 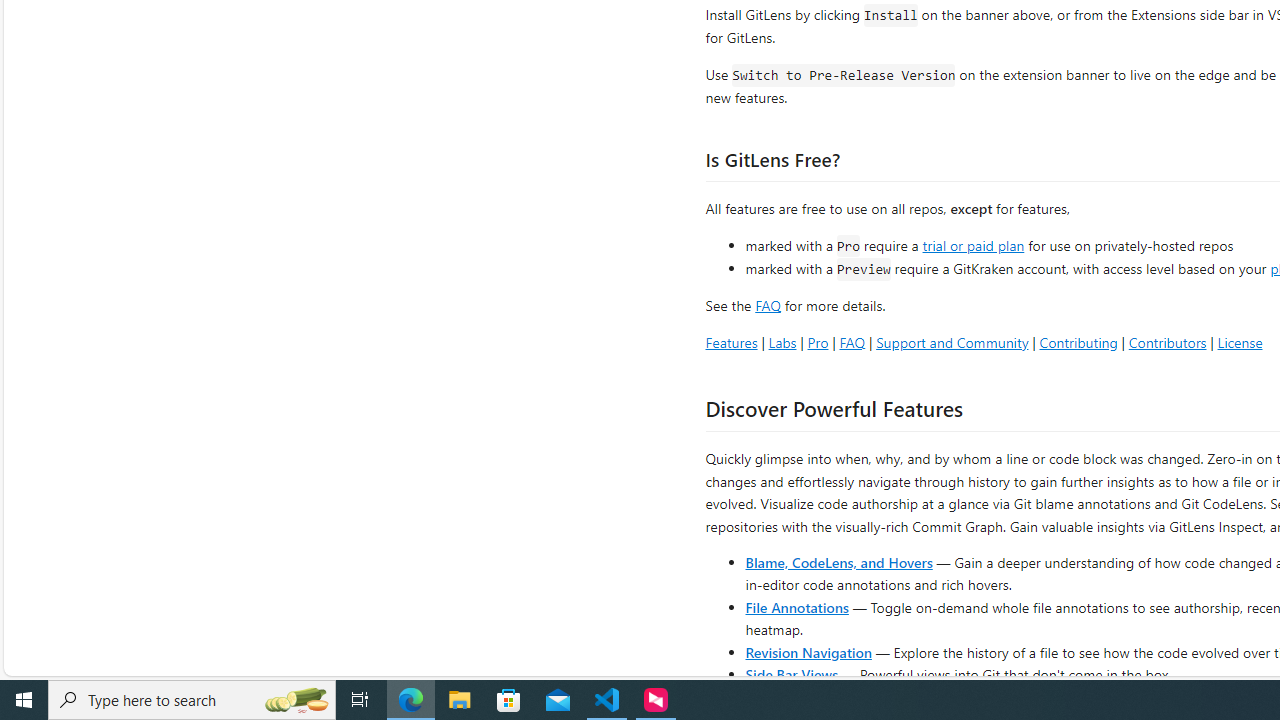 I want to click on 'Pro', so click(x=817, y=341).